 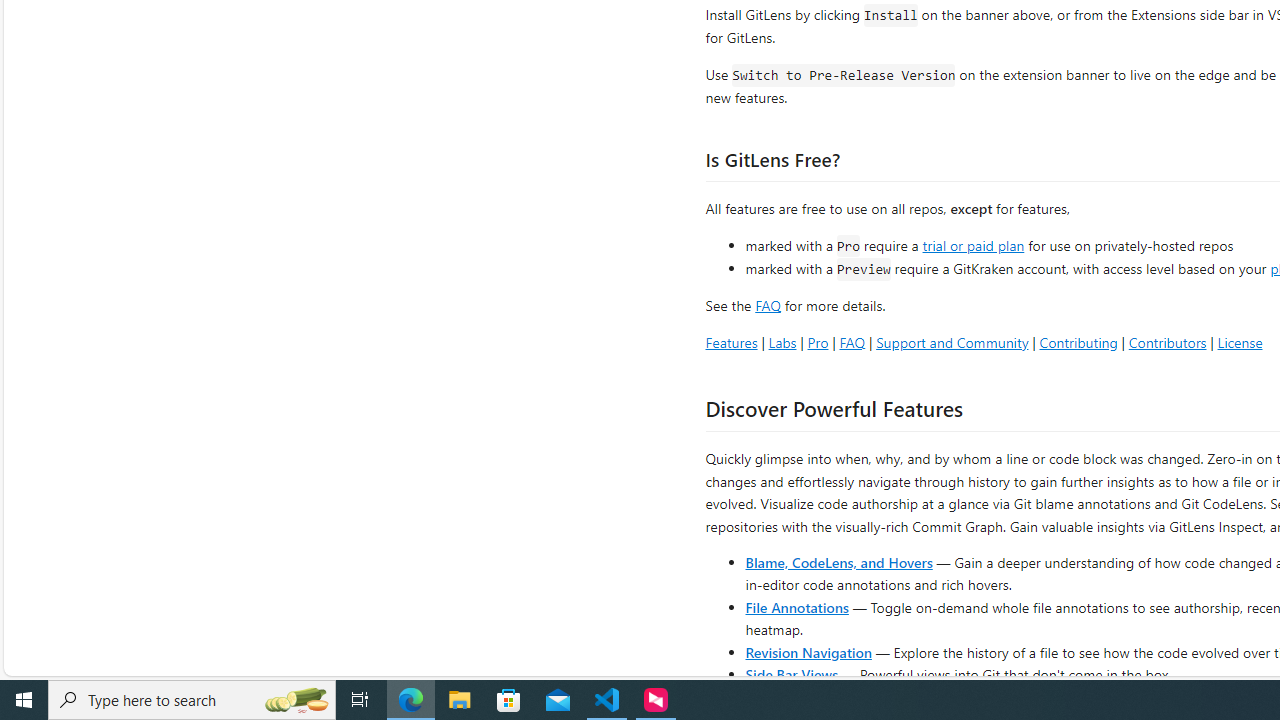 I want to click on 'Pro', so click(x=817, y=341).